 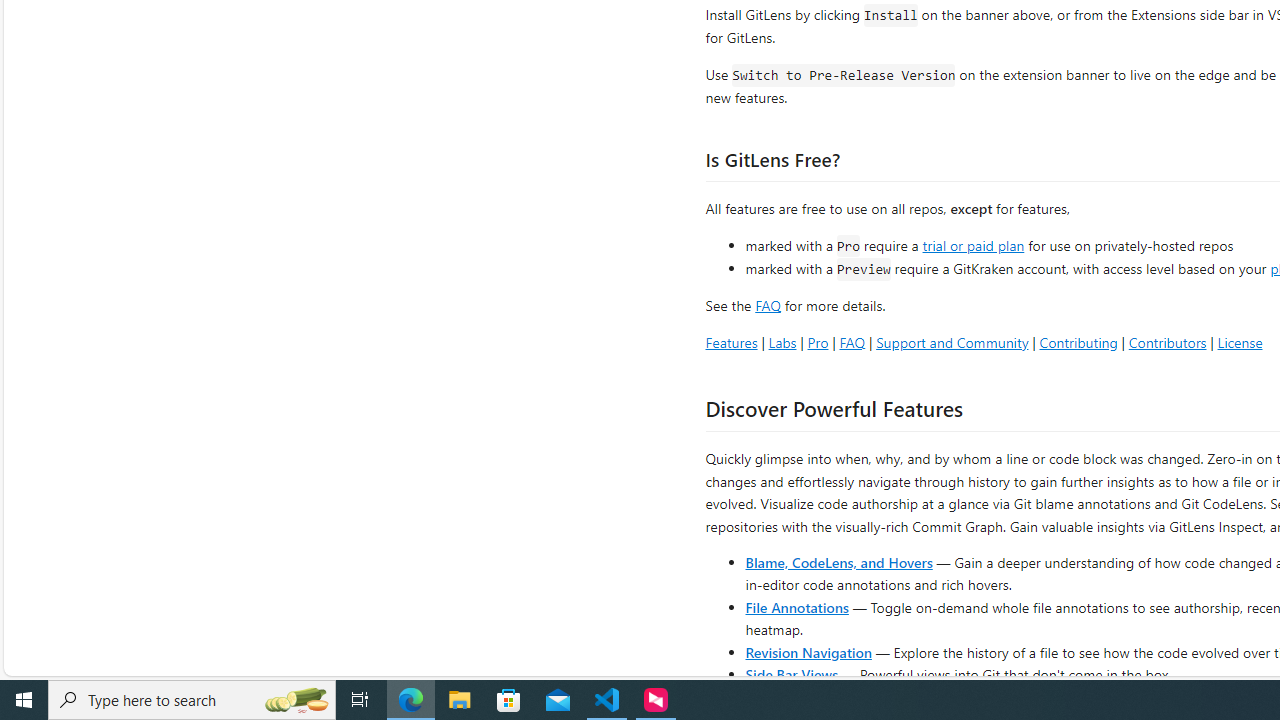 I want to click on 'Pro', so click(x=817, y=341).